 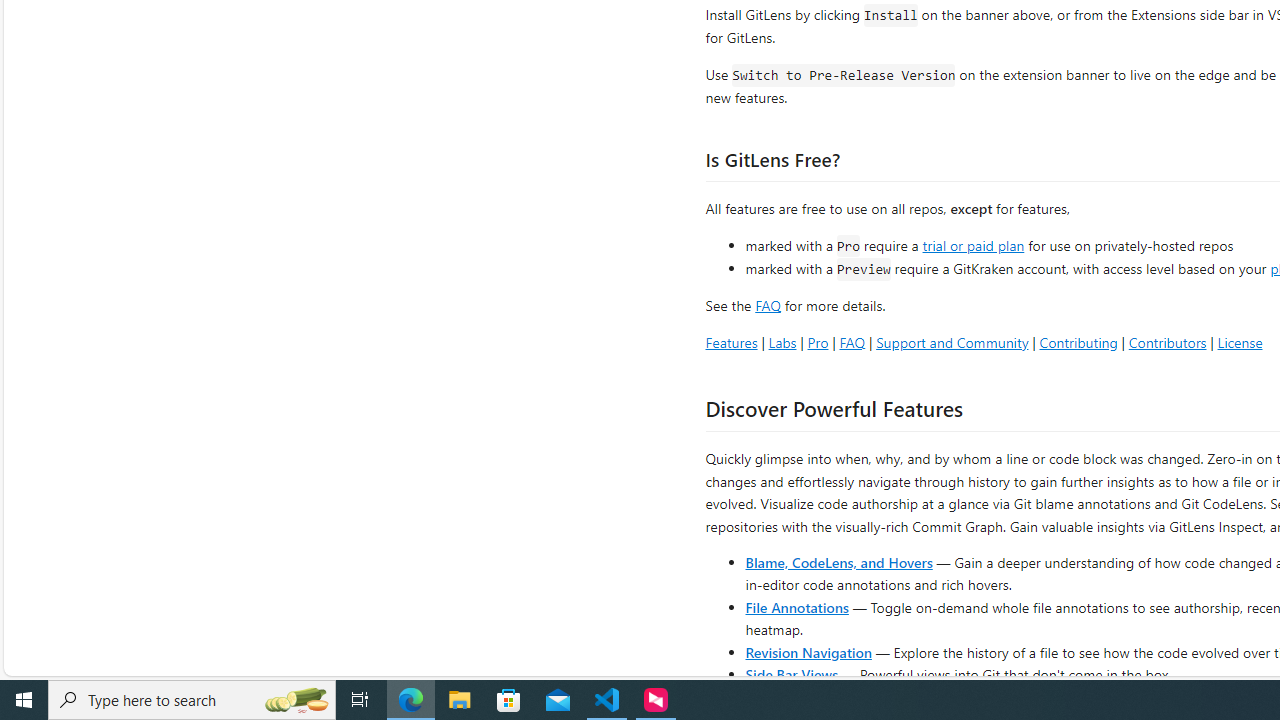 I want to click on 'Pro', so click(x=817, y=341).